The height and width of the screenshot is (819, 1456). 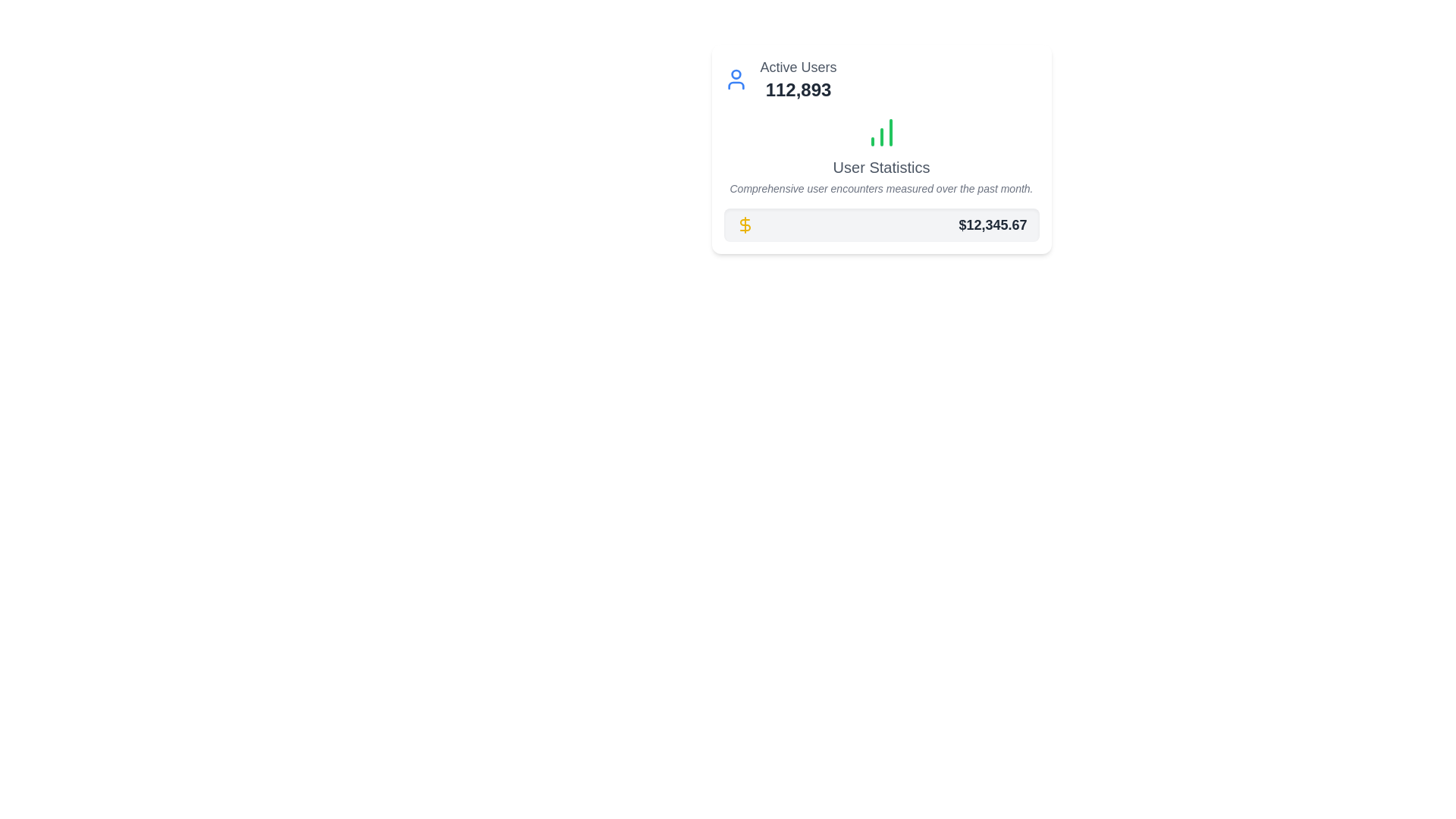 What do you see at coordinates (736, 79) in the screenshot?
I see `the decorative user profile icon located to the left of the 'Active Users 112,893' text within the rectangular card layout` at bounding box center [736, 79].